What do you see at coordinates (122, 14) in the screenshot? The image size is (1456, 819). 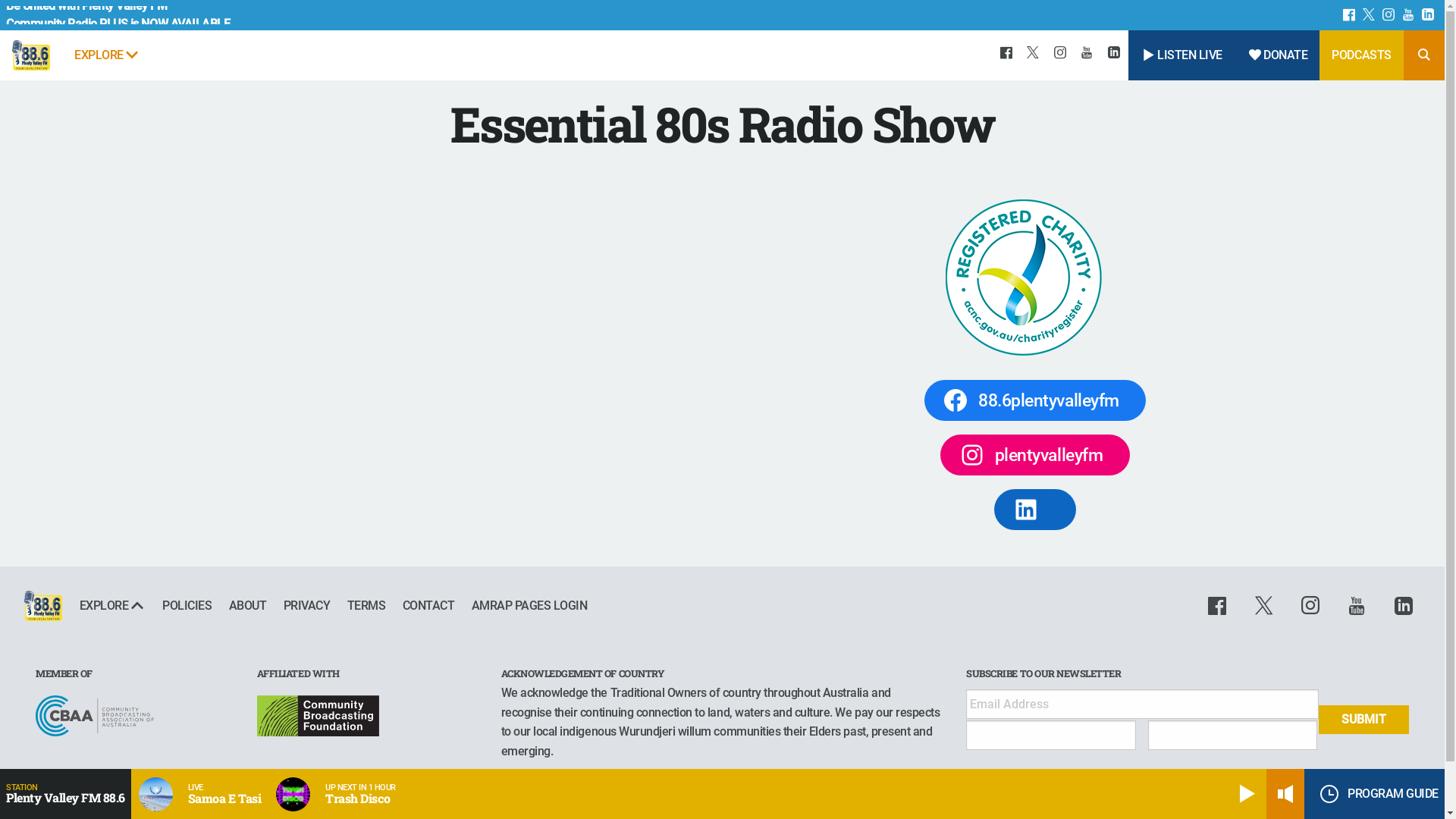 I see `'Be United with Plenty Valley FM'` at bounding box center [122, 14].